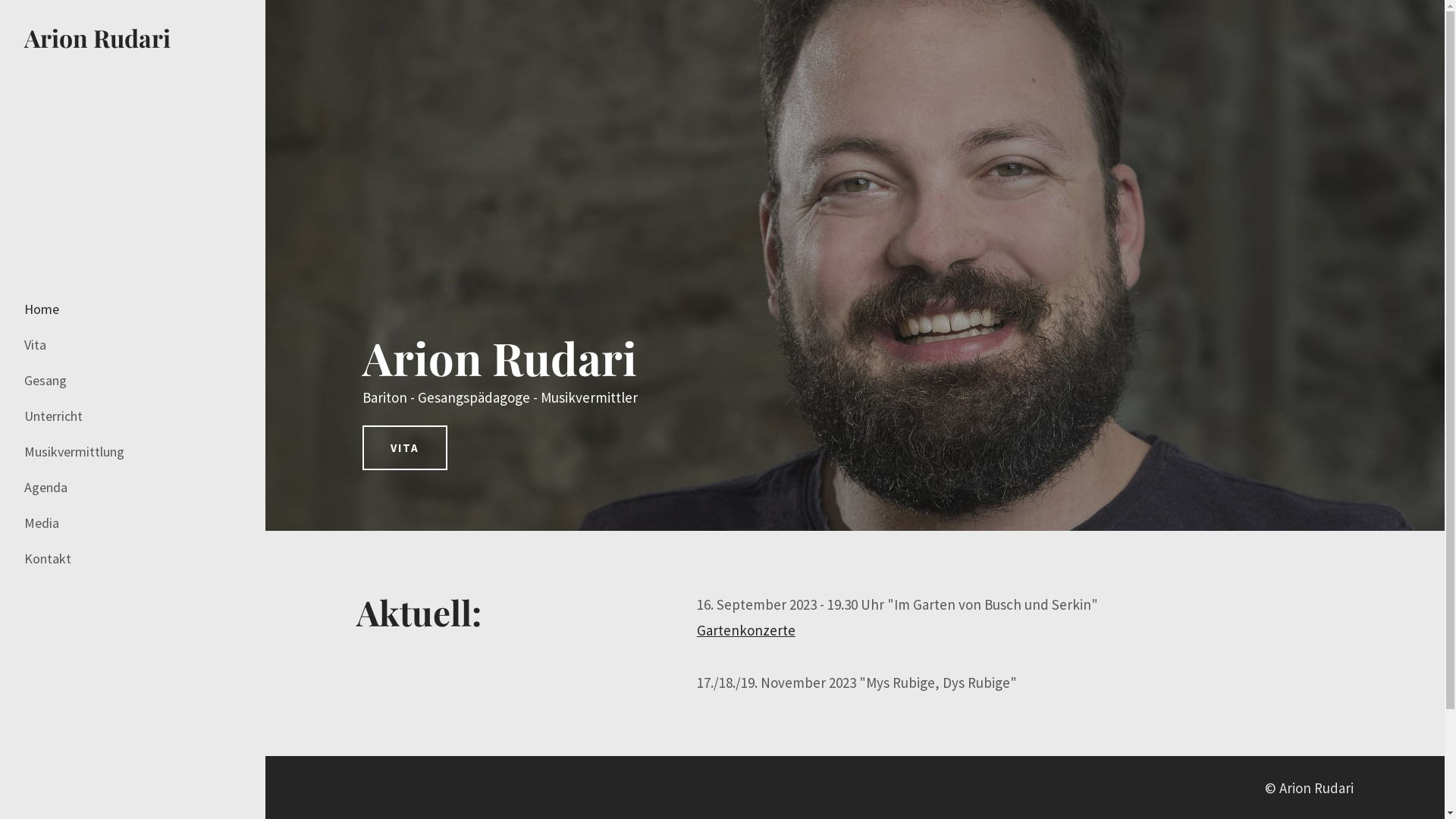  Describe the element at coordinates (41, 309) in the screenshot. I see `'Home'` at that location.